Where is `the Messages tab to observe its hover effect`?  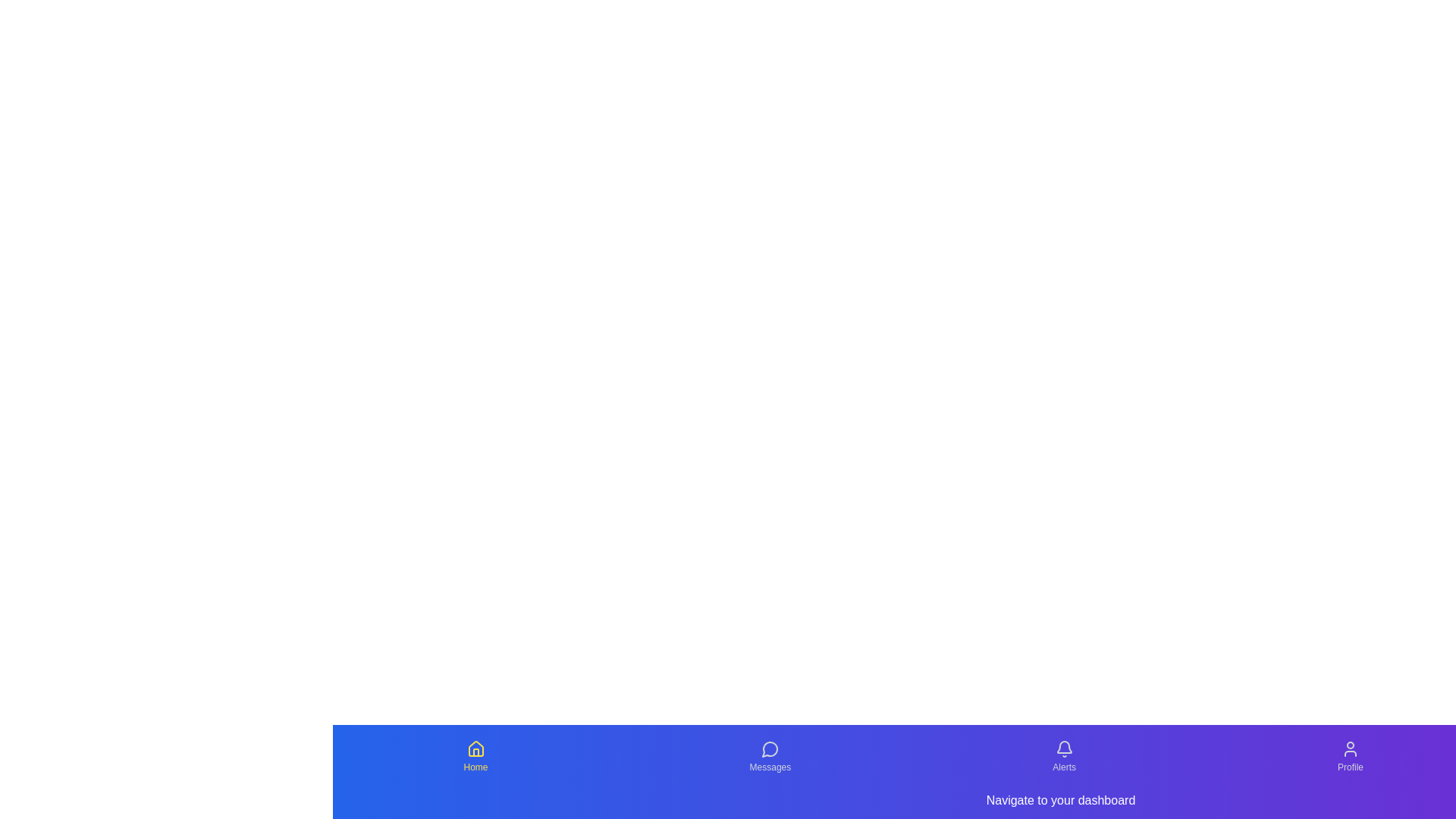 the Messages tab to observe its hover effect is located at coordinates (770, 757).